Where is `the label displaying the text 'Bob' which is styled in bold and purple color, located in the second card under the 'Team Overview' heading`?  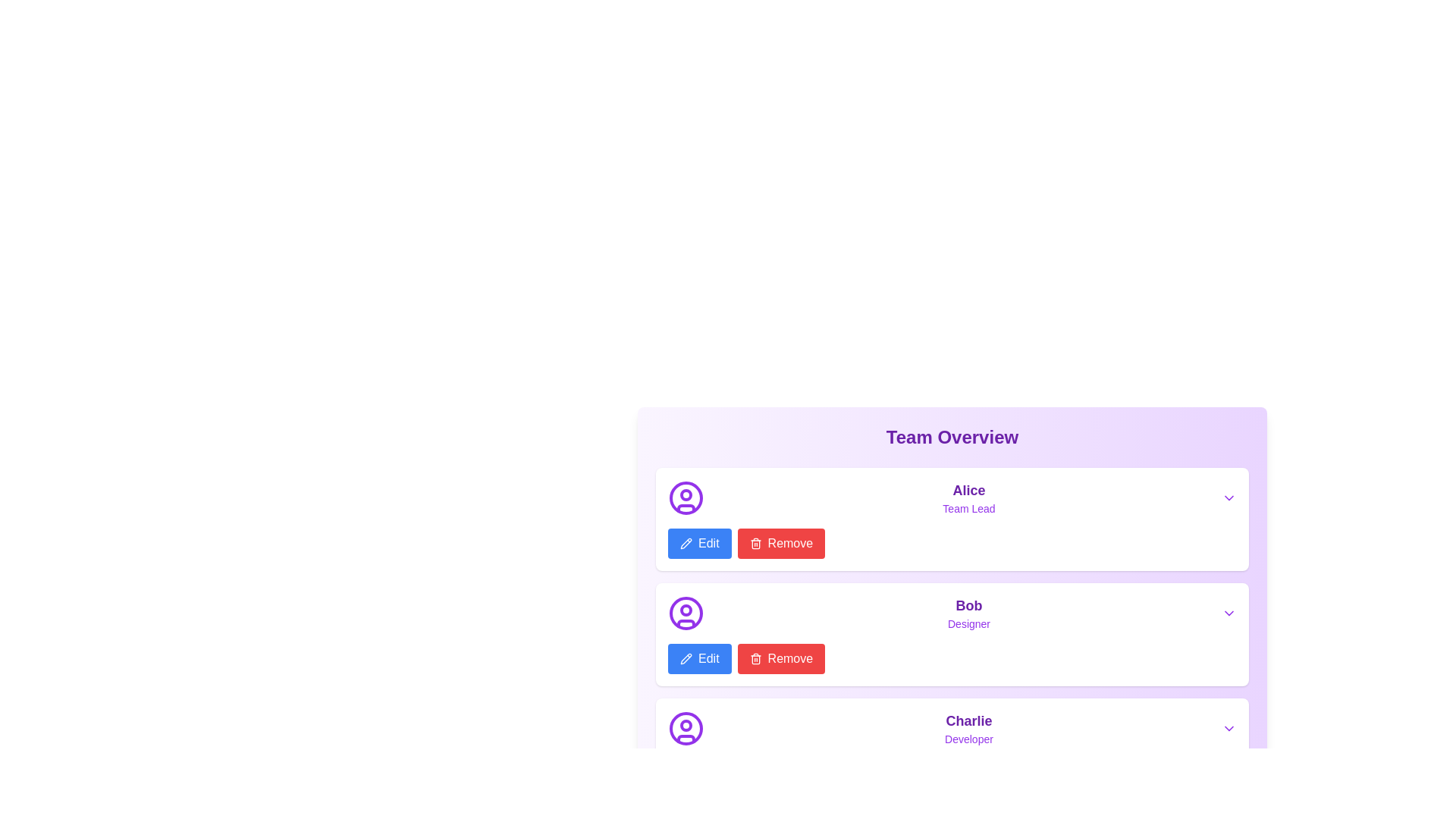
the label displaying the text 'Bob' which is styled in bold and purple color, located in the second card under the 'Team Overview' heading is located at coordinates (968, 604).